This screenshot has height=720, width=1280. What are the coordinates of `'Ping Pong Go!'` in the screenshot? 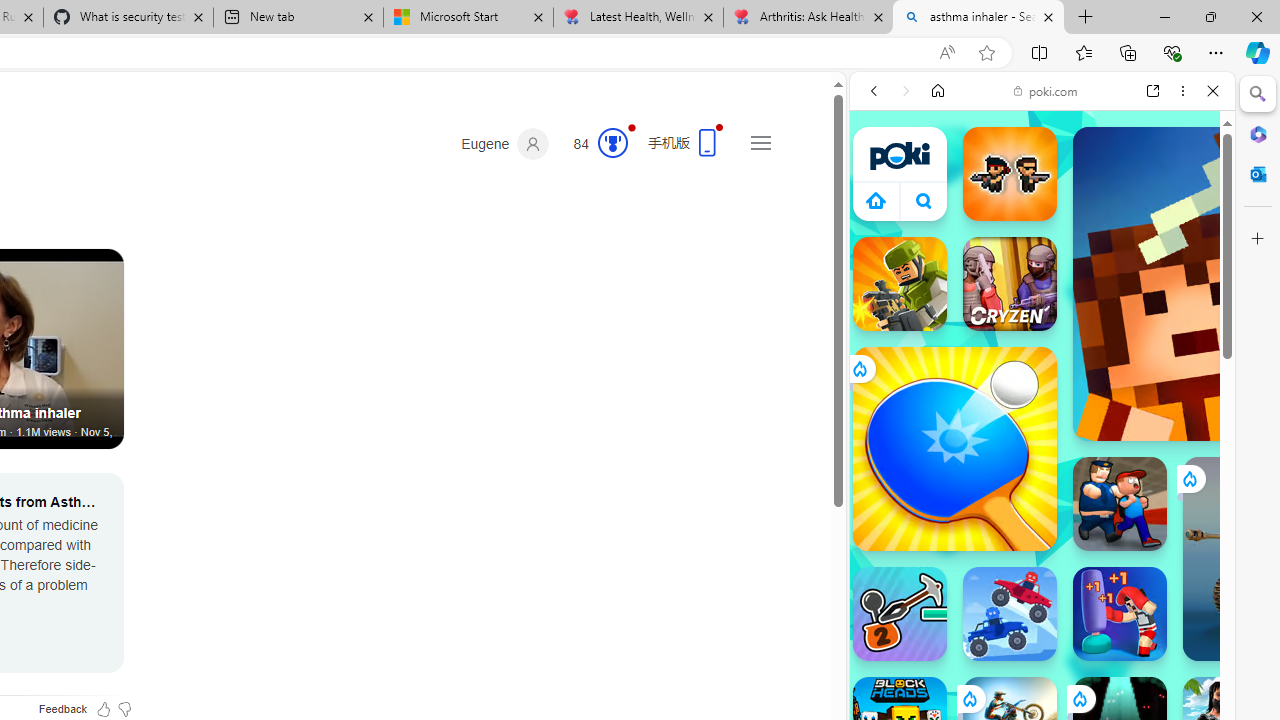 It's located at (953, 447).